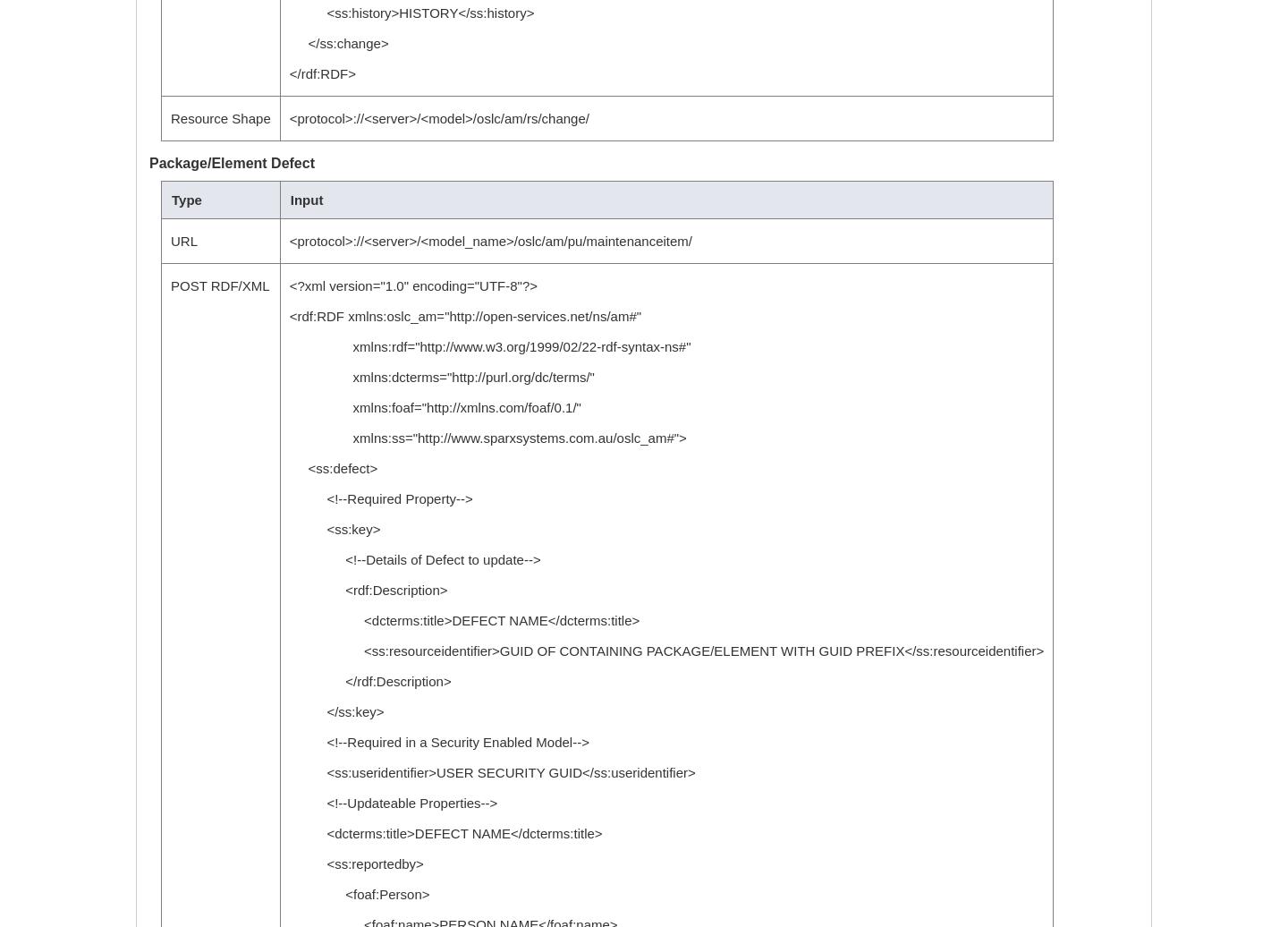 Image resolution: width=1288 pixels, height=927 pixels. I want to click on '<!--Details of Defect to update-->', so click(414, 559).